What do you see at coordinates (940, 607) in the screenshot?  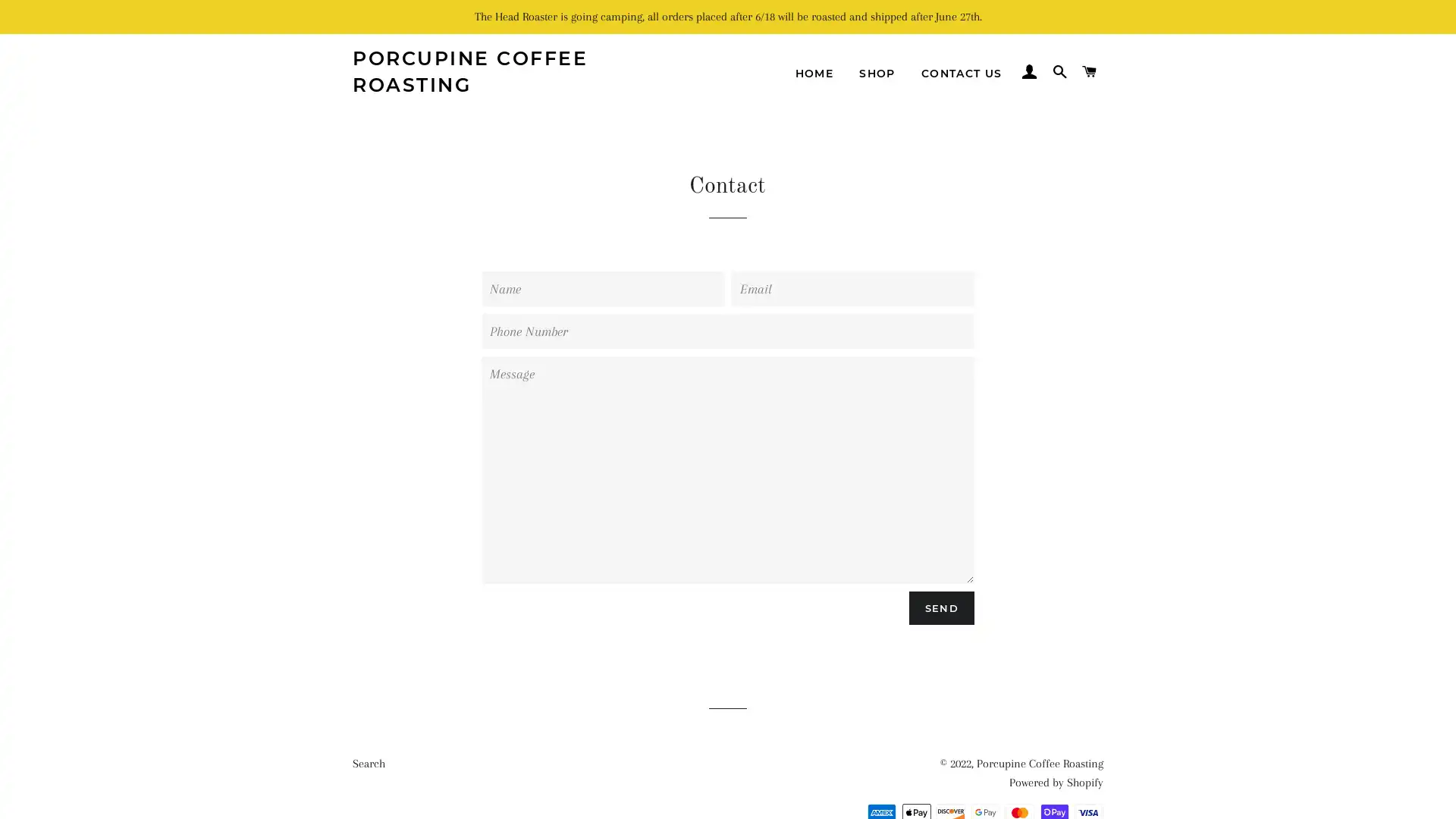 I see `Send` at bounding box center [940, 607].